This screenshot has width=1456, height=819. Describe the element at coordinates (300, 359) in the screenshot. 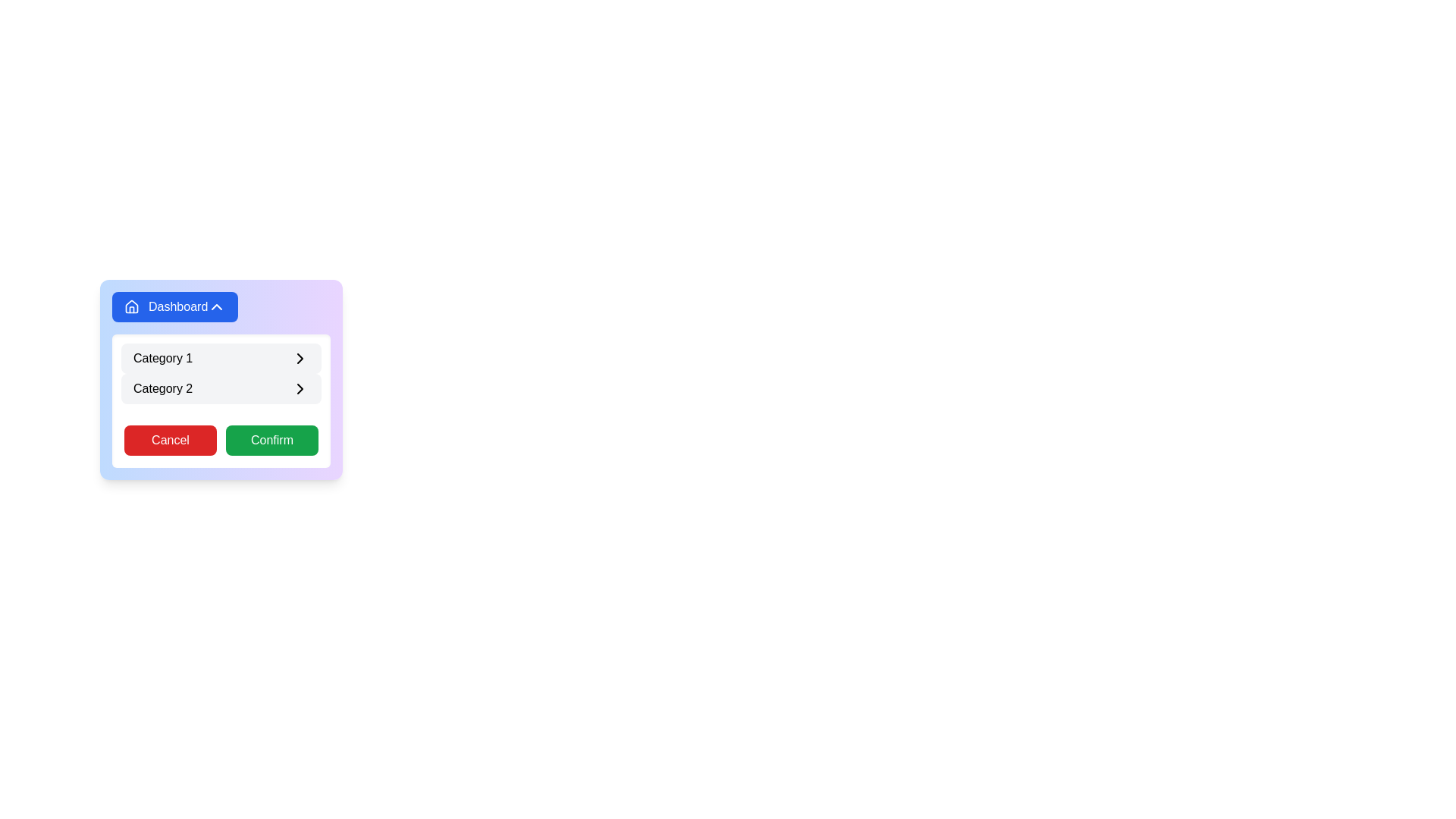

I see `the arrow icon located to the right of the 'Category 1' label` at that location.